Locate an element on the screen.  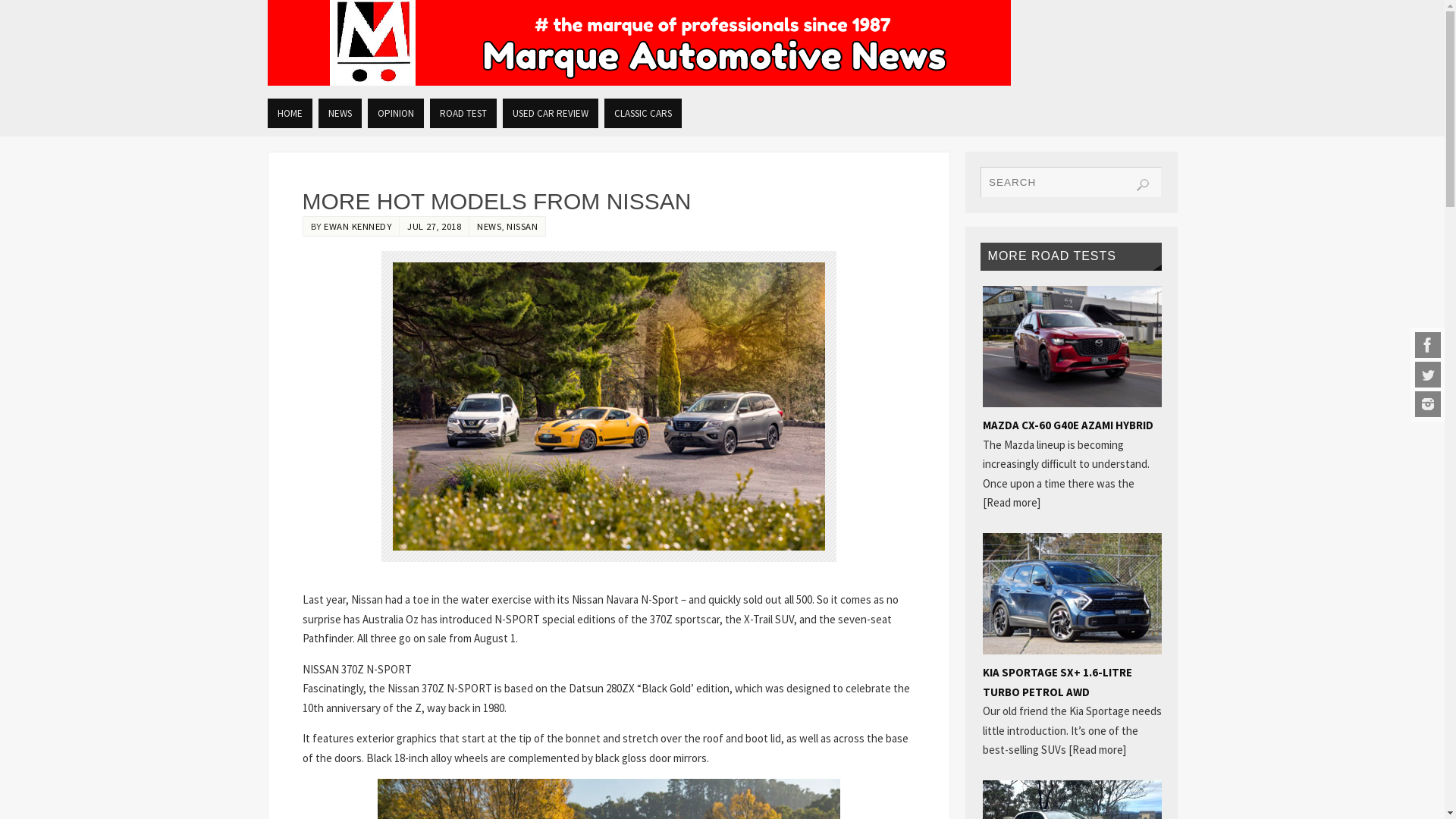
'KIA SPORTAGE SX+ 1.6-LITRE TURBO PETROL AWD' is located at coordinates (1056, 681).